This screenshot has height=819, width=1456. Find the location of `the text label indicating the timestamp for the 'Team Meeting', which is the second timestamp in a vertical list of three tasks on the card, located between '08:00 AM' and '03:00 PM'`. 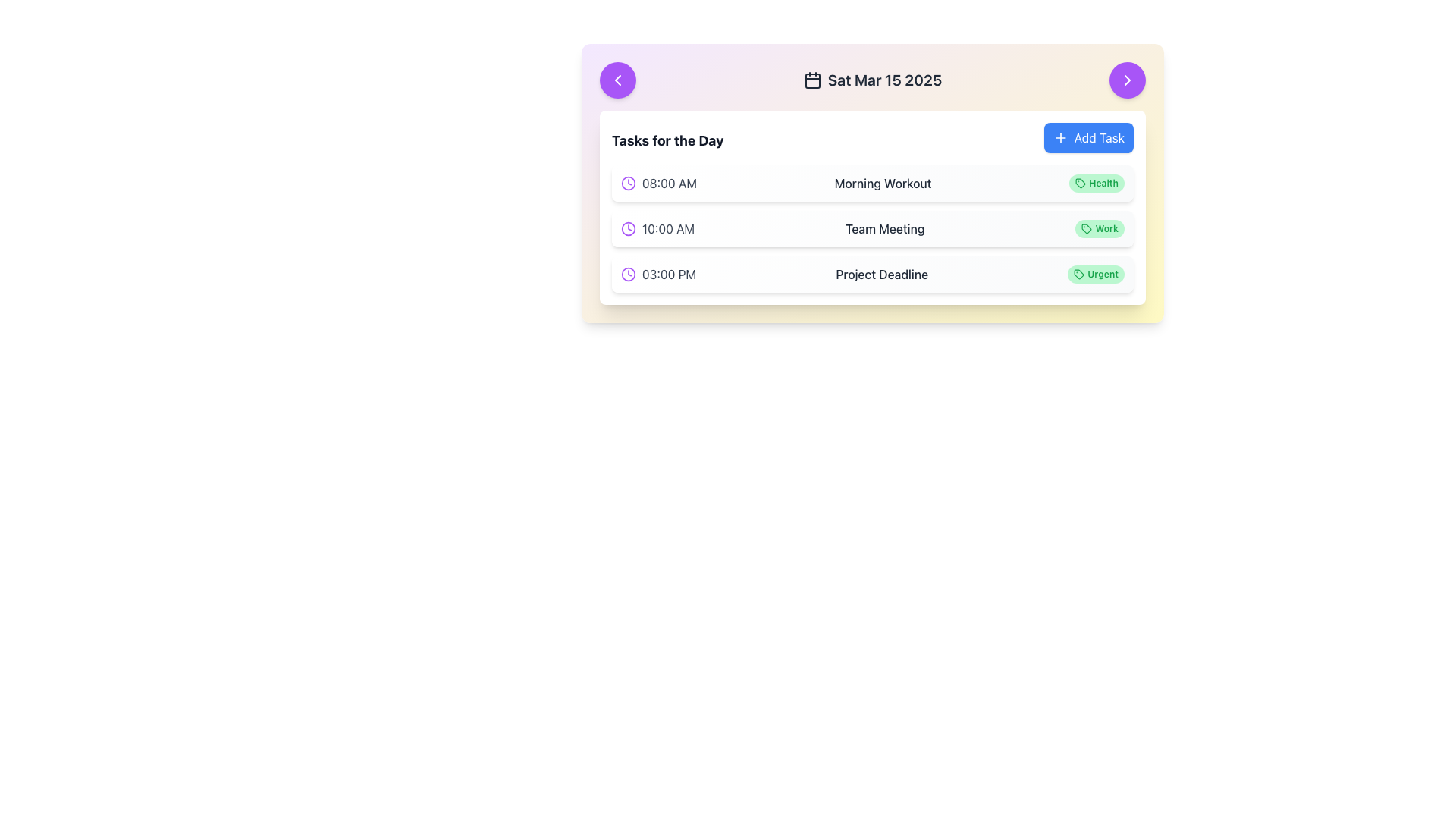

the text label indicating the timestamp for the 'Team Meeting', which is the second timestamp in a vertical list of three tasks on the card, located between '08:00 AM' and '03:00 PM' is located at coordinates (667, 228).